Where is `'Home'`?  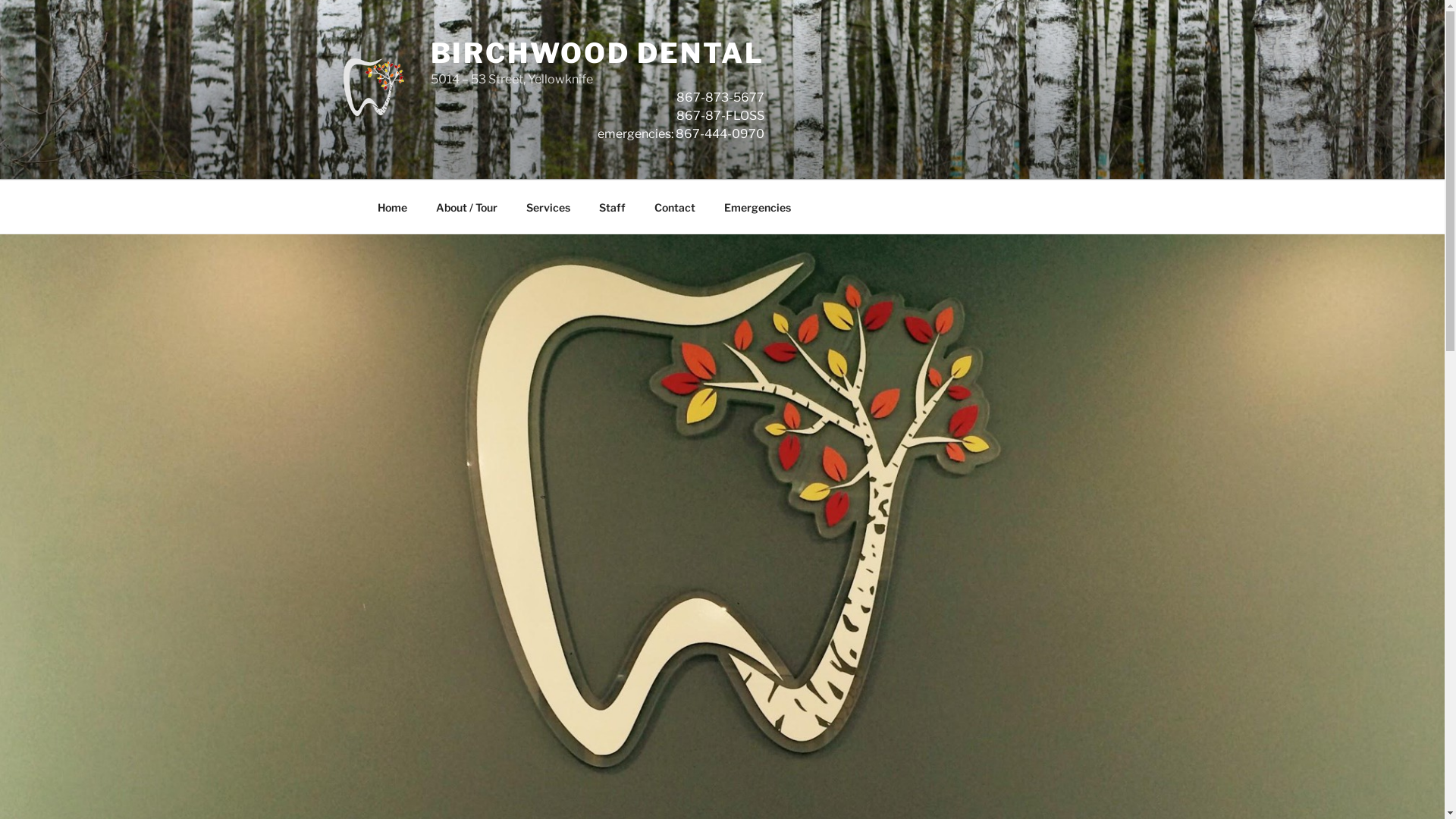 'Home' is located at coordinates (392, 206).